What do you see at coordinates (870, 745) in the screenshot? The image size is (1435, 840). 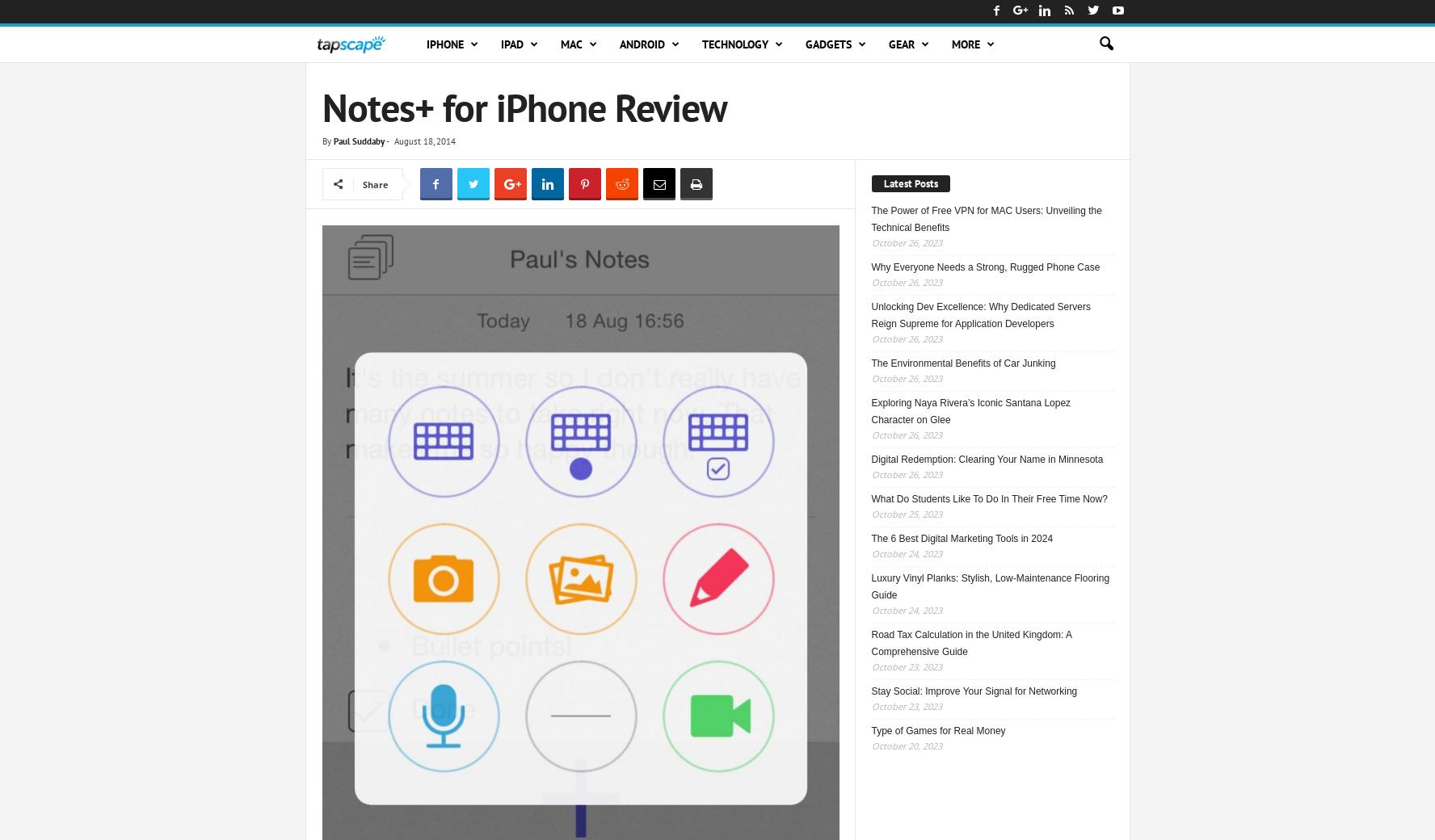 I see `'October 20, 2023'` at bounding box center [870, 745].